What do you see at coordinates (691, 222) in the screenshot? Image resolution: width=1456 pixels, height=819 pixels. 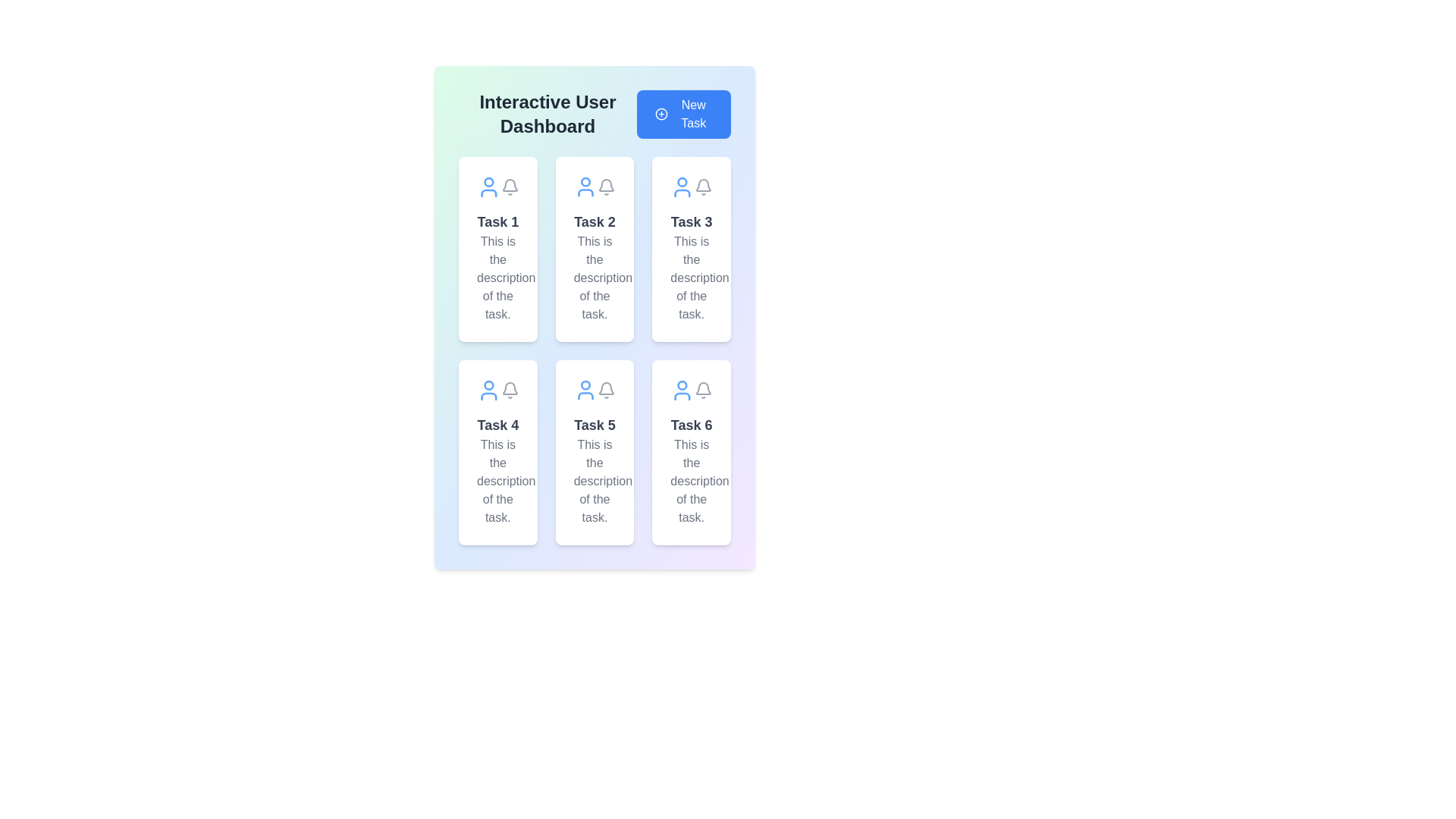 I see `the 'Task 3' text label which is displayed in bold, larger font, colored in dark gray` at bounding box center [691, 222].